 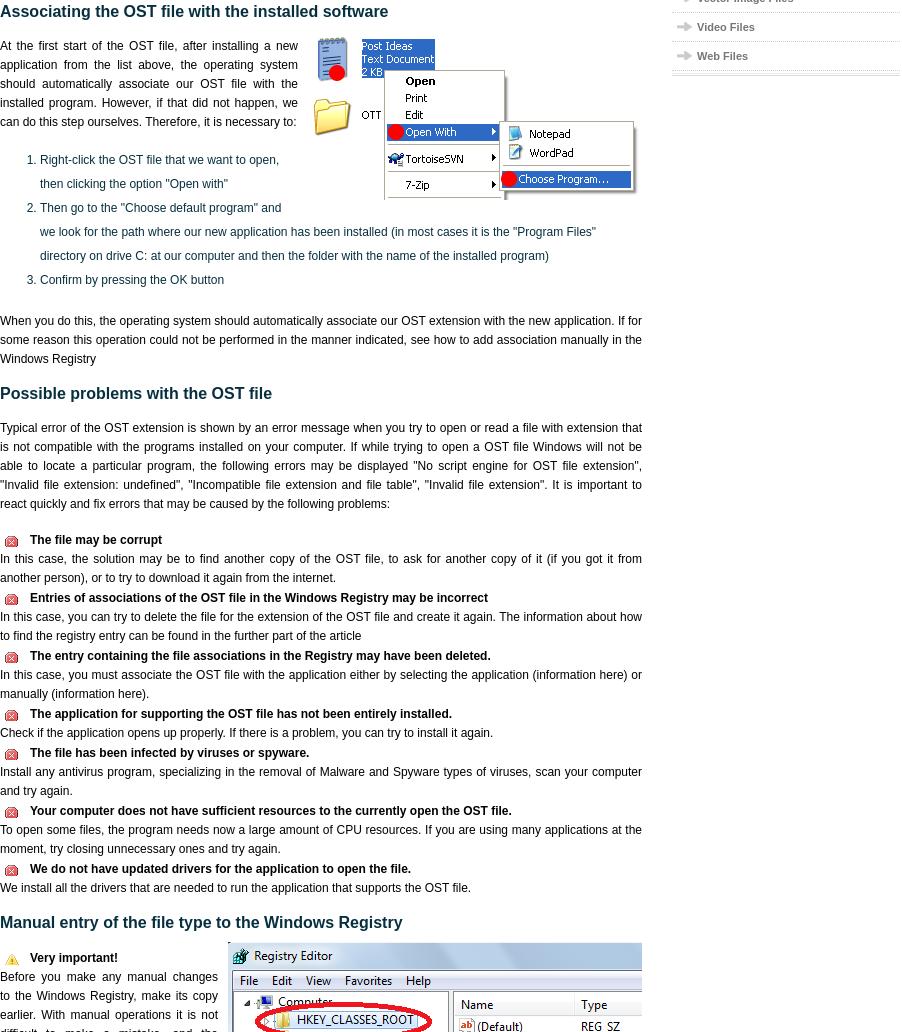 I want to click on 'To open some files, the program needs now a large amount of CPU resources. If you are using many applications at the moment, try closing unnecessary ones and try again.', so click(x=320, y=839).